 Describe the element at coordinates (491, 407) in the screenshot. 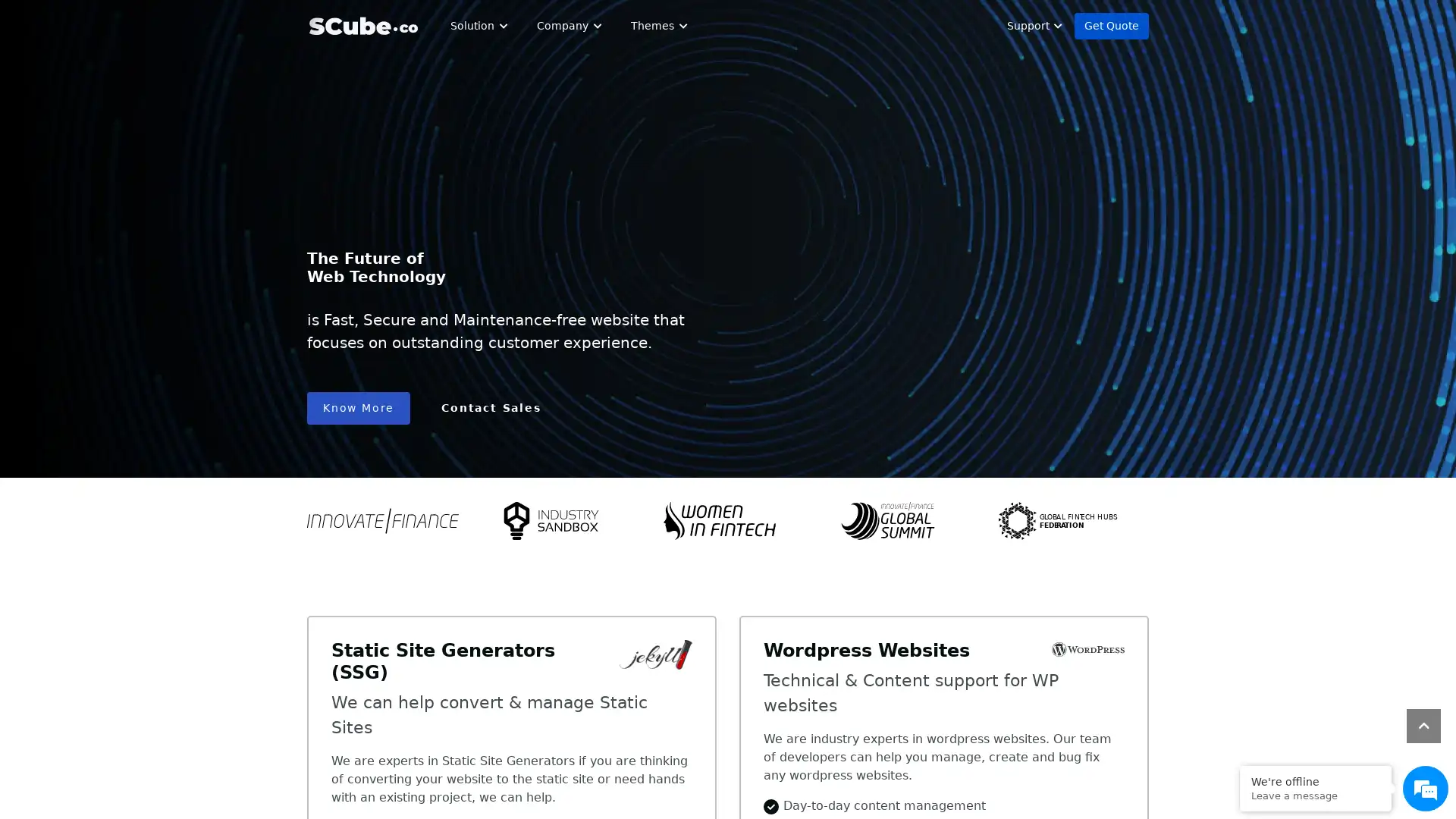

I see `Contact Sales` at that location.